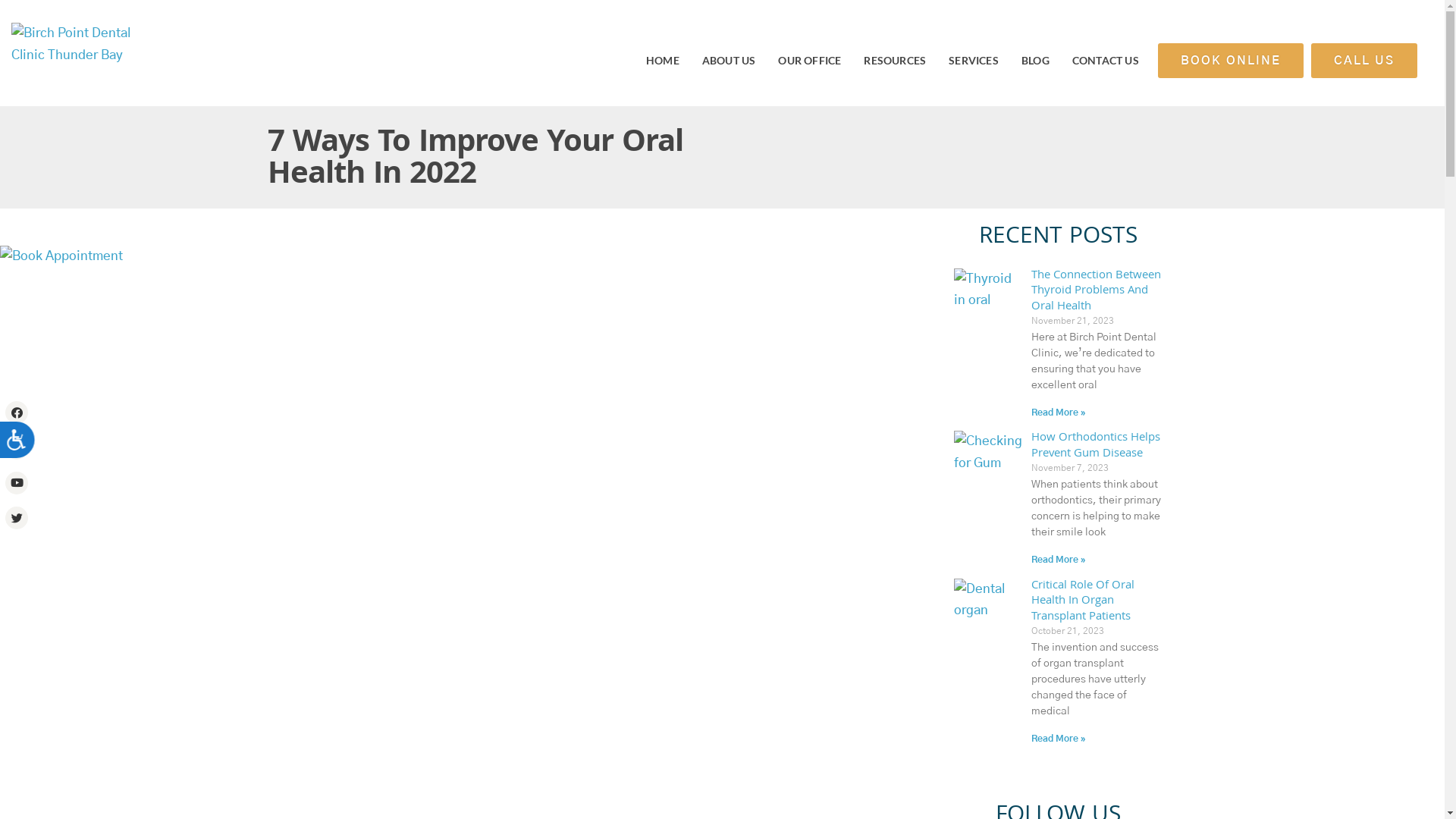 Image resolution: width=1456 pixels, height=819 pixels. Describe the element at coordinates (973, 59) in the screenshot. I see `'SERVICES'` at that location.